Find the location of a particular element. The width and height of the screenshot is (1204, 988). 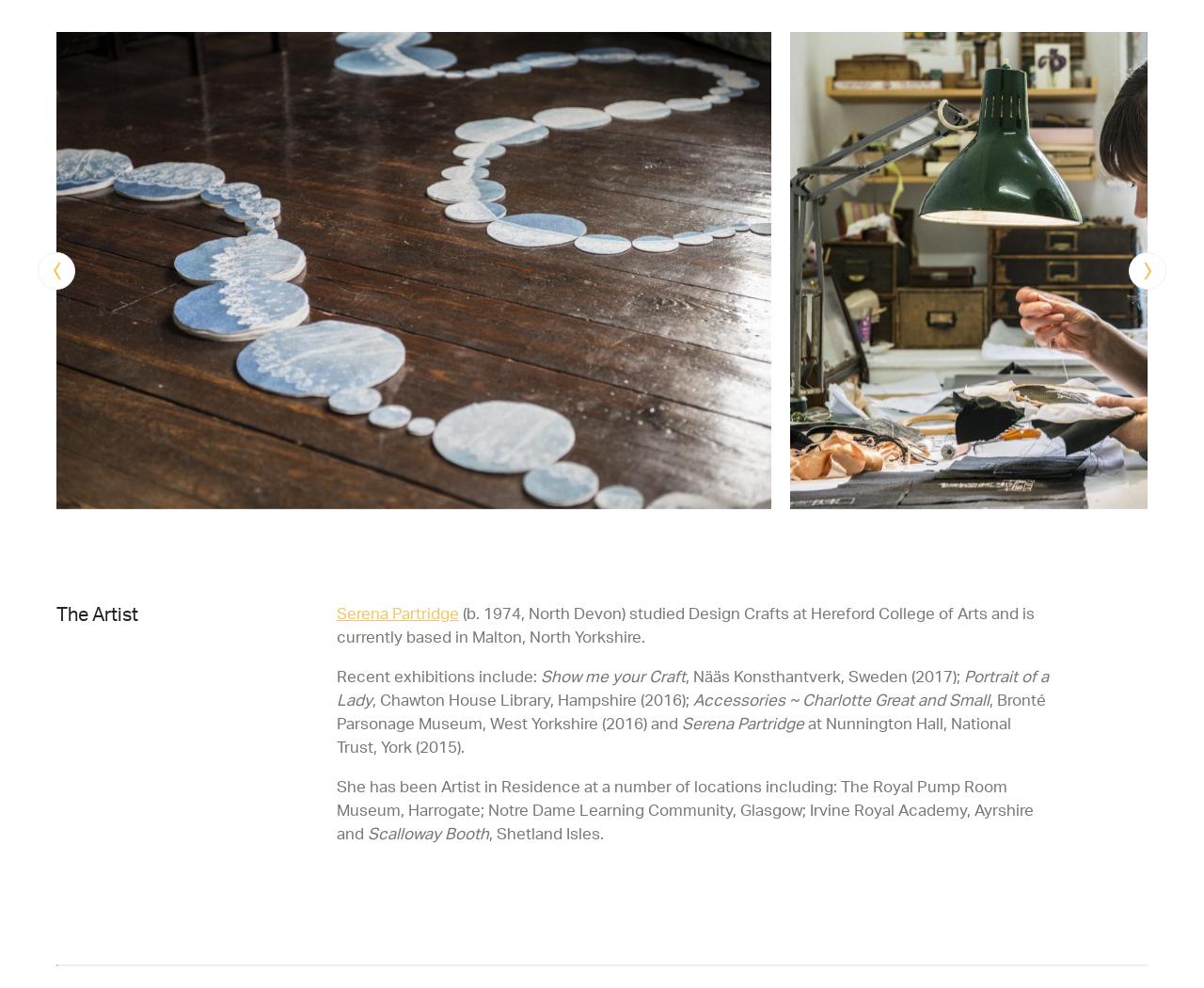

'Accessories ~ Charlotte Great and Small' is located at coordinates (691, 697).